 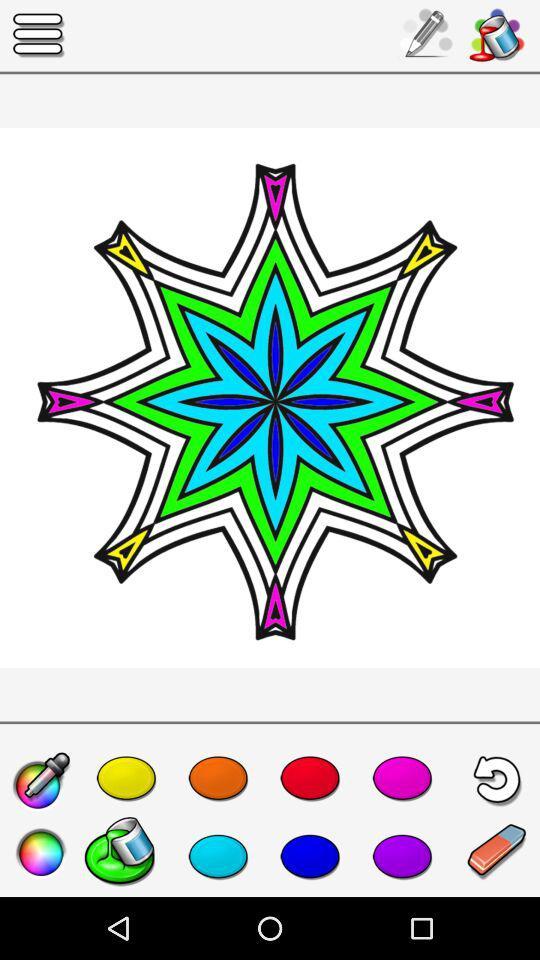 I want to click on the favorite icon, so click(x=217, y=855).